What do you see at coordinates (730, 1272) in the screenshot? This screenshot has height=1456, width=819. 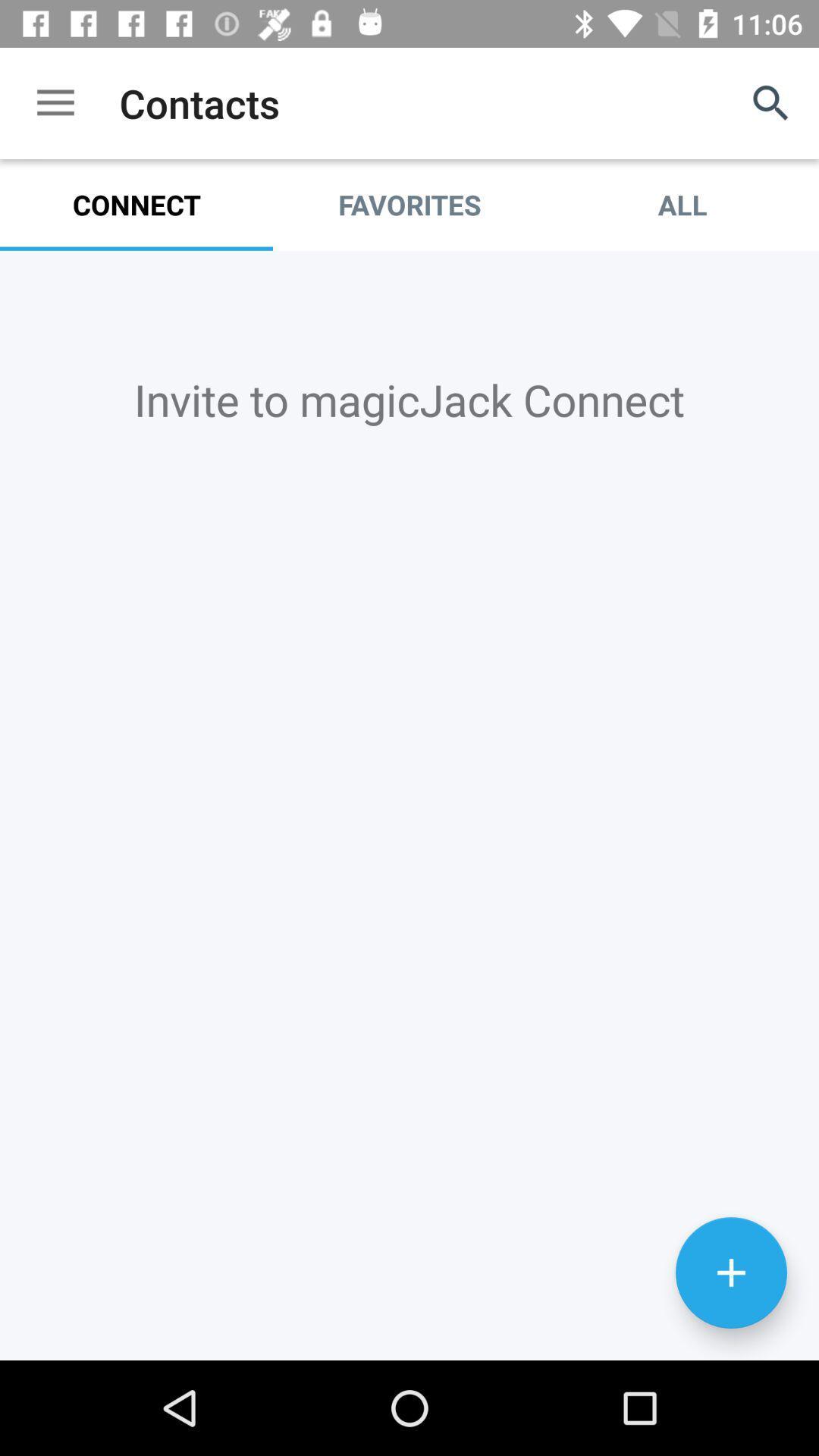 I see `new connection` at bounding box center [730, 1272].